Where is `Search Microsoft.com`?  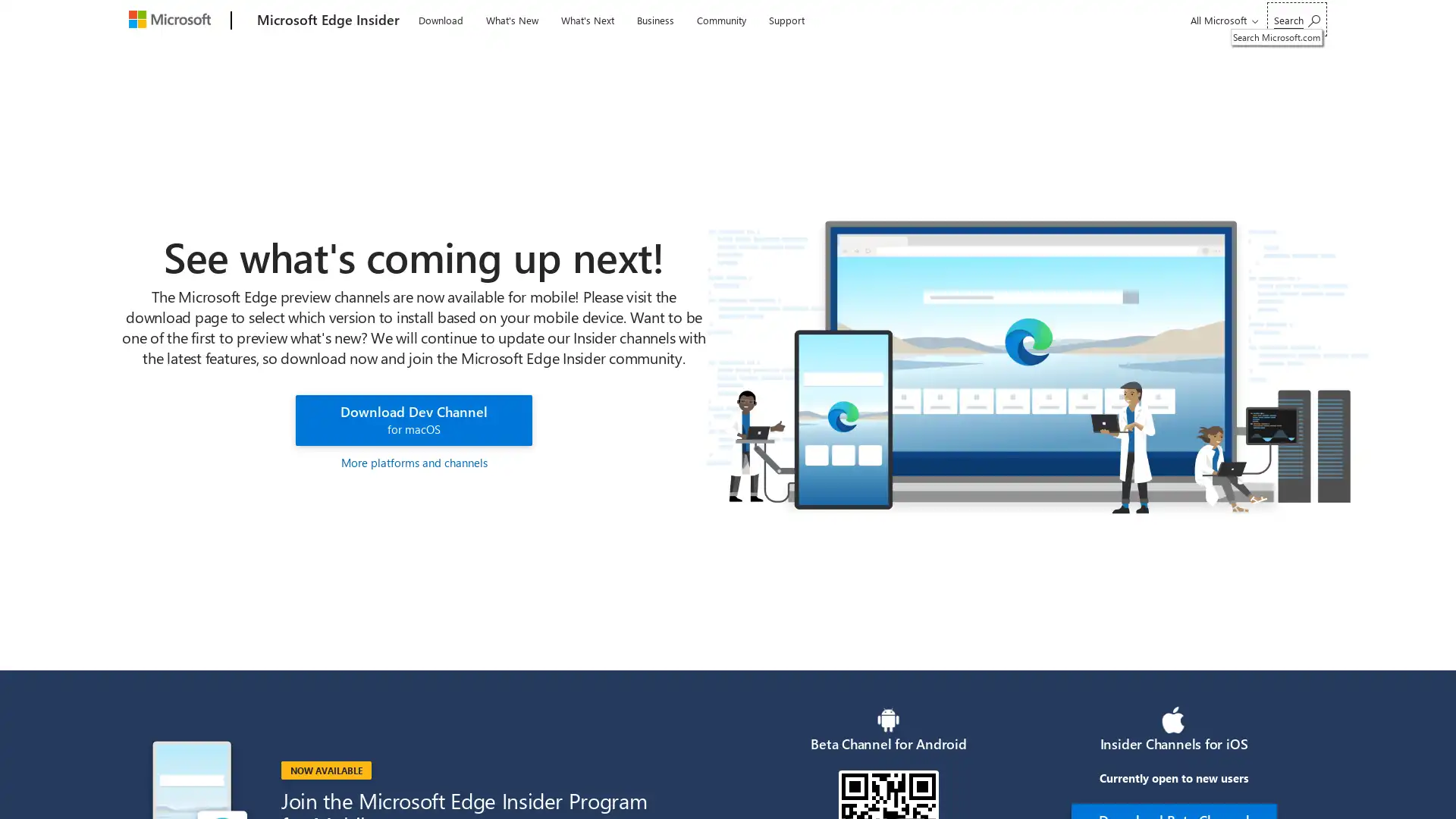 Search Microsoft.com is located at coordinates (1296, 19).